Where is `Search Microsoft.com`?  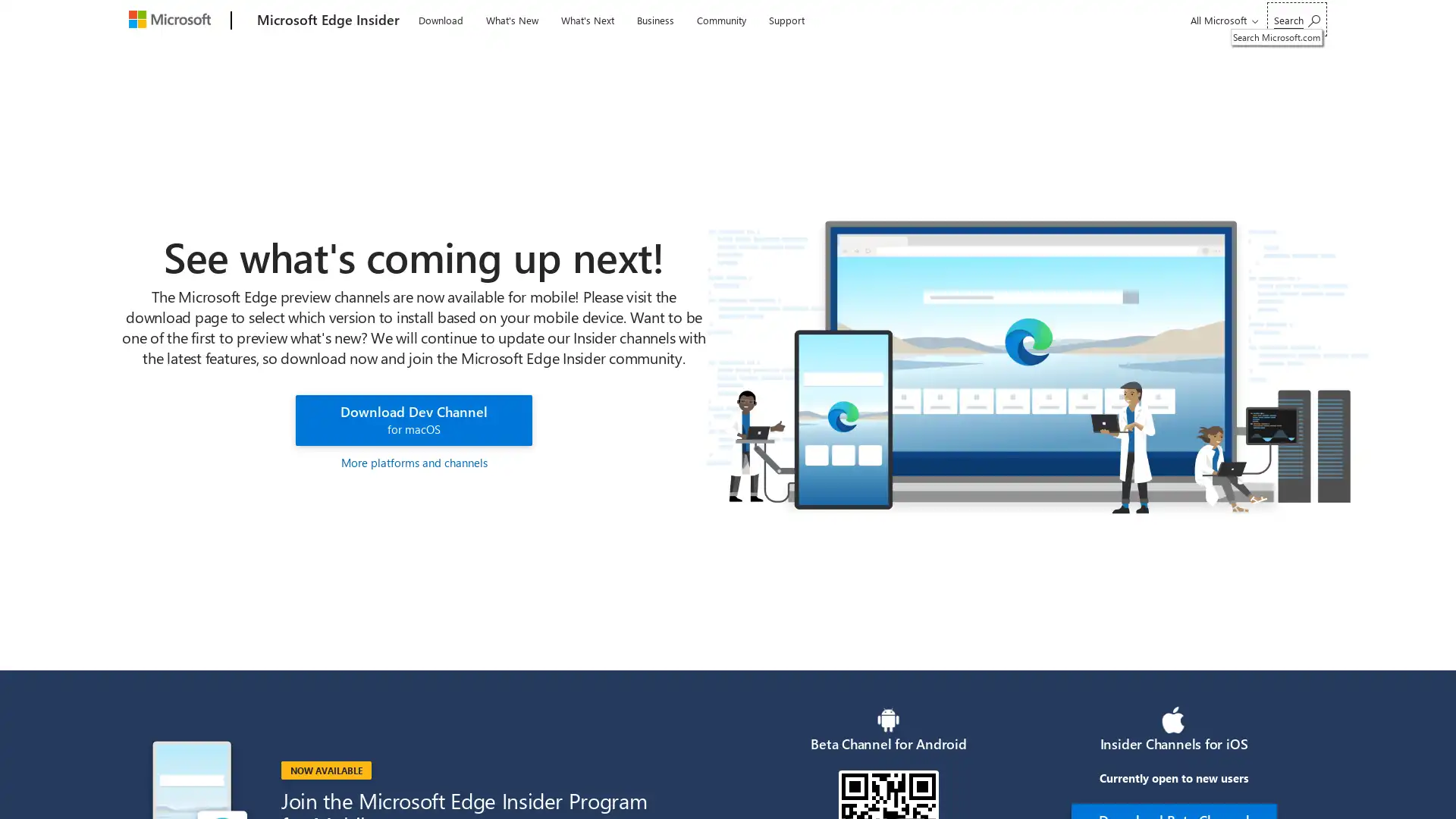 Search Microsoft.com is located at coordinates (1296, 19).